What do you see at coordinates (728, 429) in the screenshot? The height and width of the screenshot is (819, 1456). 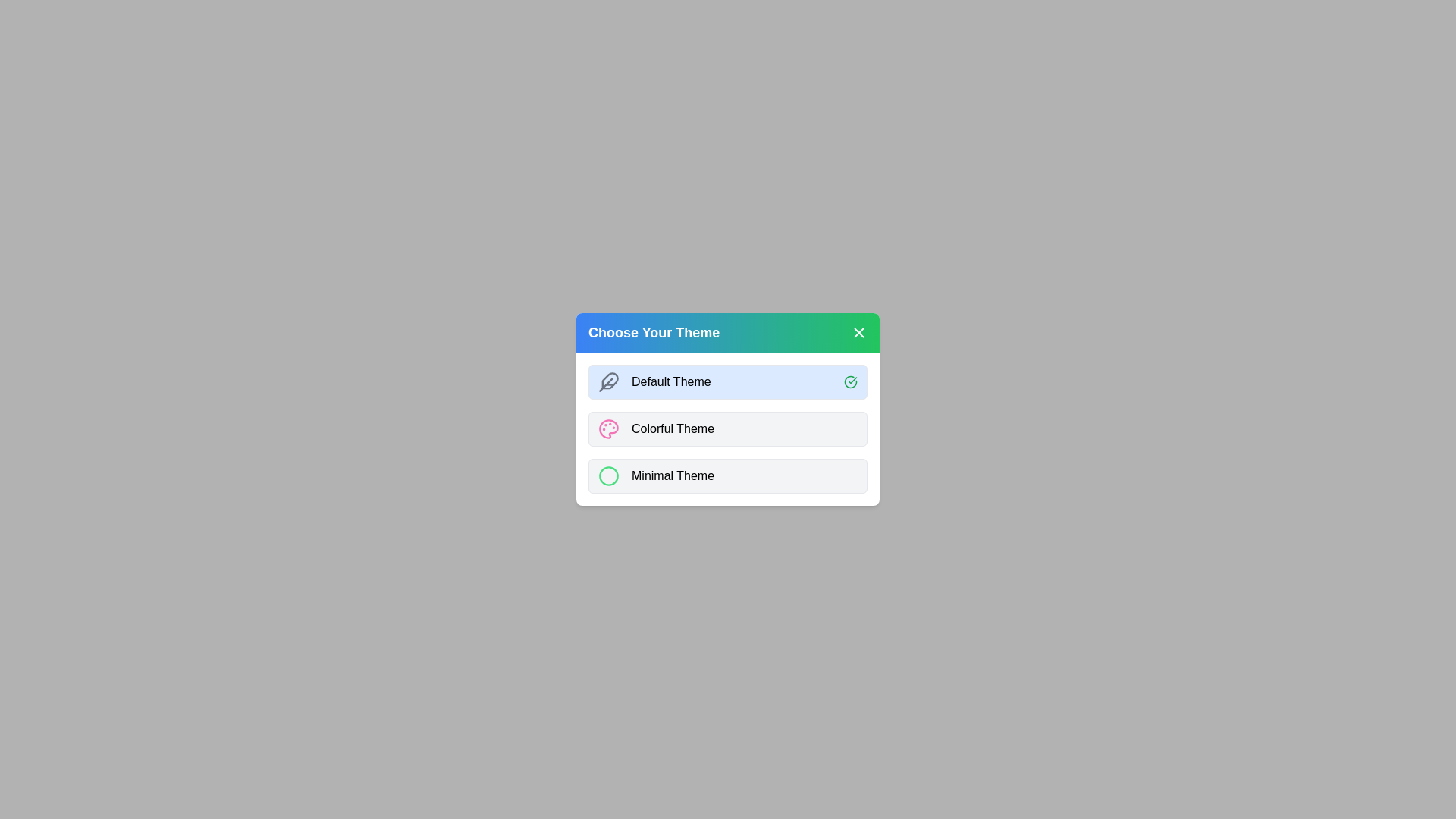 I see `the 'Colorful Theme' option in the dialog` at bounding box center [728, 429].